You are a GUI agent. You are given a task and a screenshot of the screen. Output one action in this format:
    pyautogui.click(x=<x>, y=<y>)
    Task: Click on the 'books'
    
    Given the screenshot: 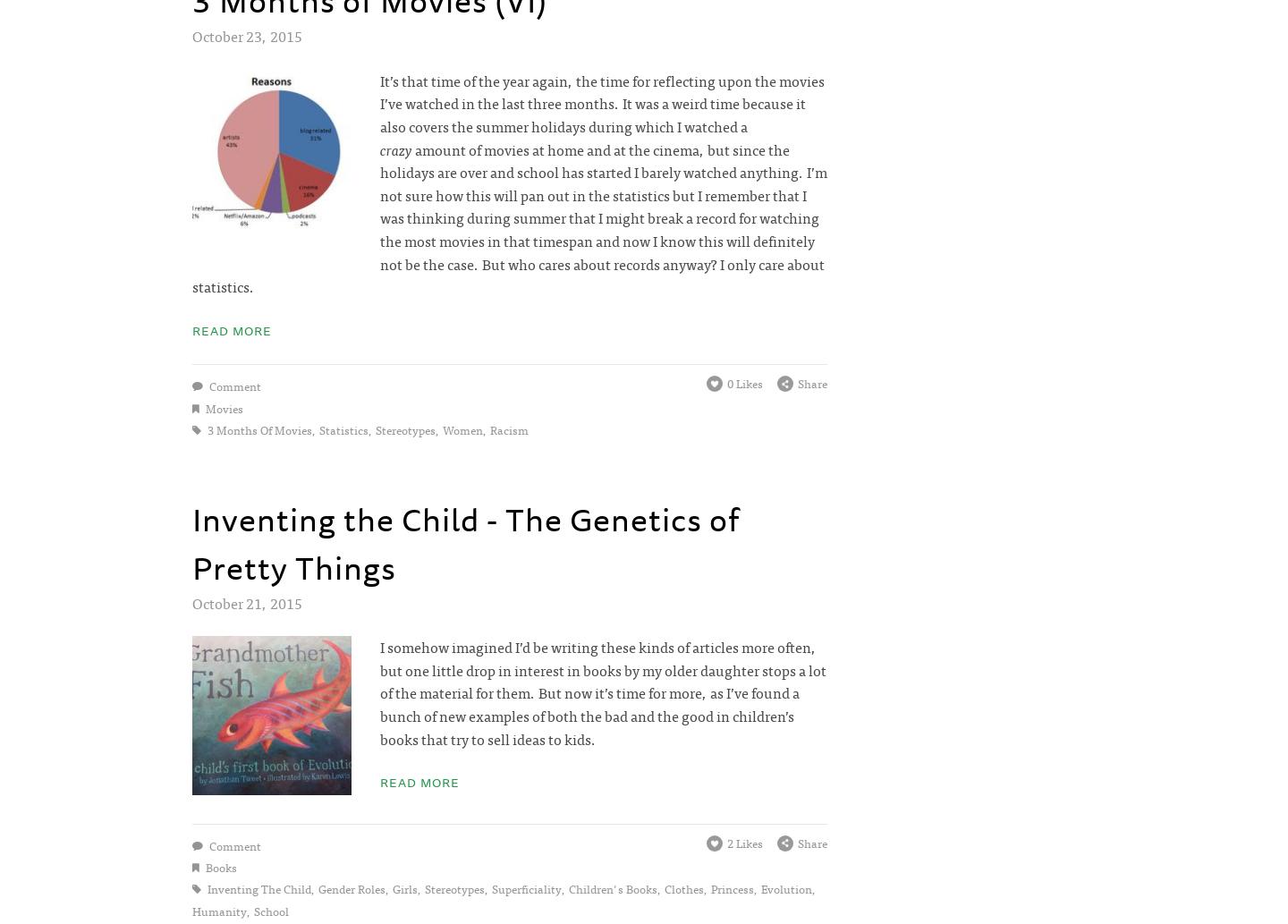 What is the action you would take?
    pyautogui.click(x=204, y=866)
    